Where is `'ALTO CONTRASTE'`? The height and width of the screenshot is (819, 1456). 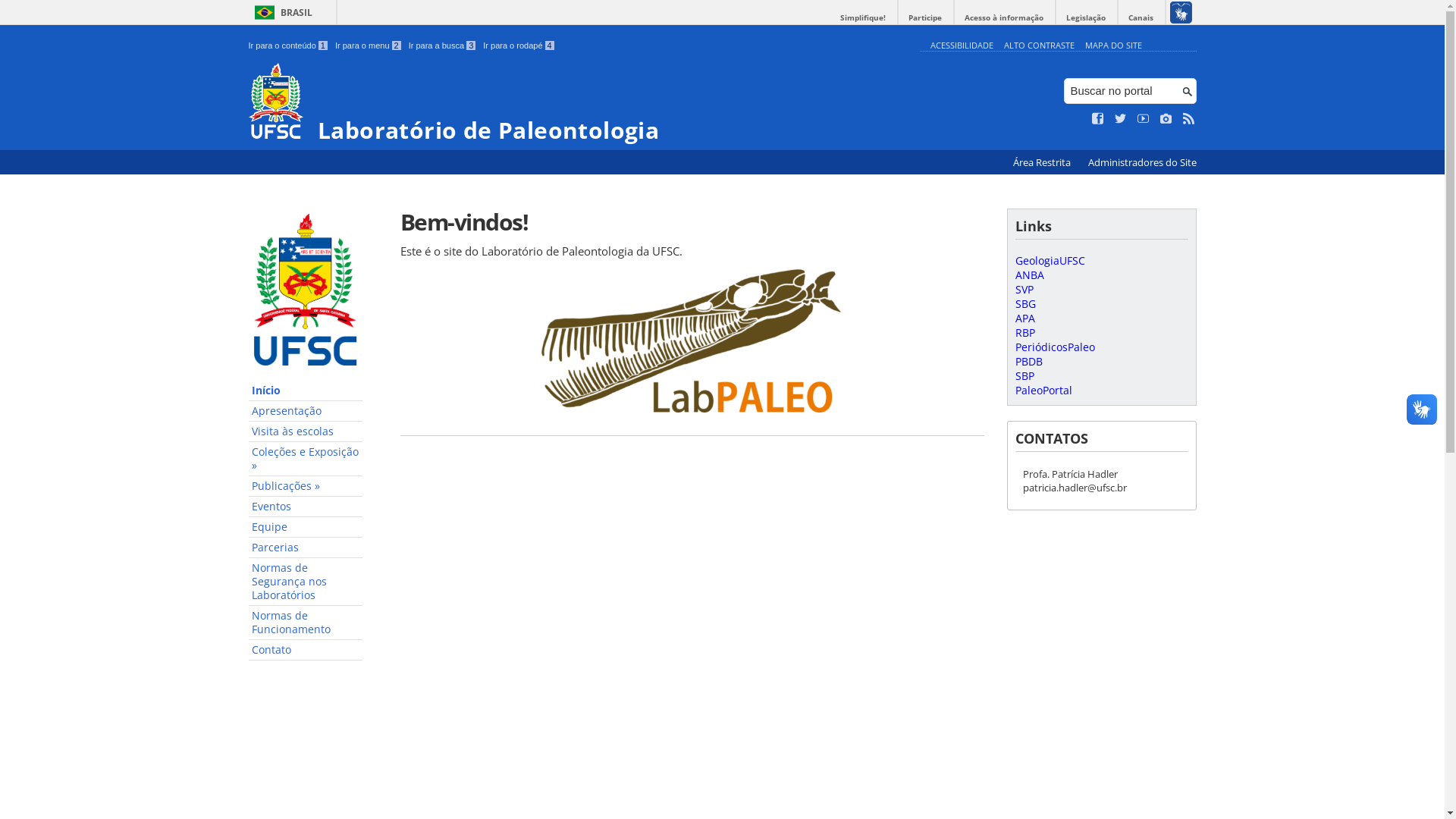 'ALTO CONTRASTE' is located at coordinates (1004, 44).